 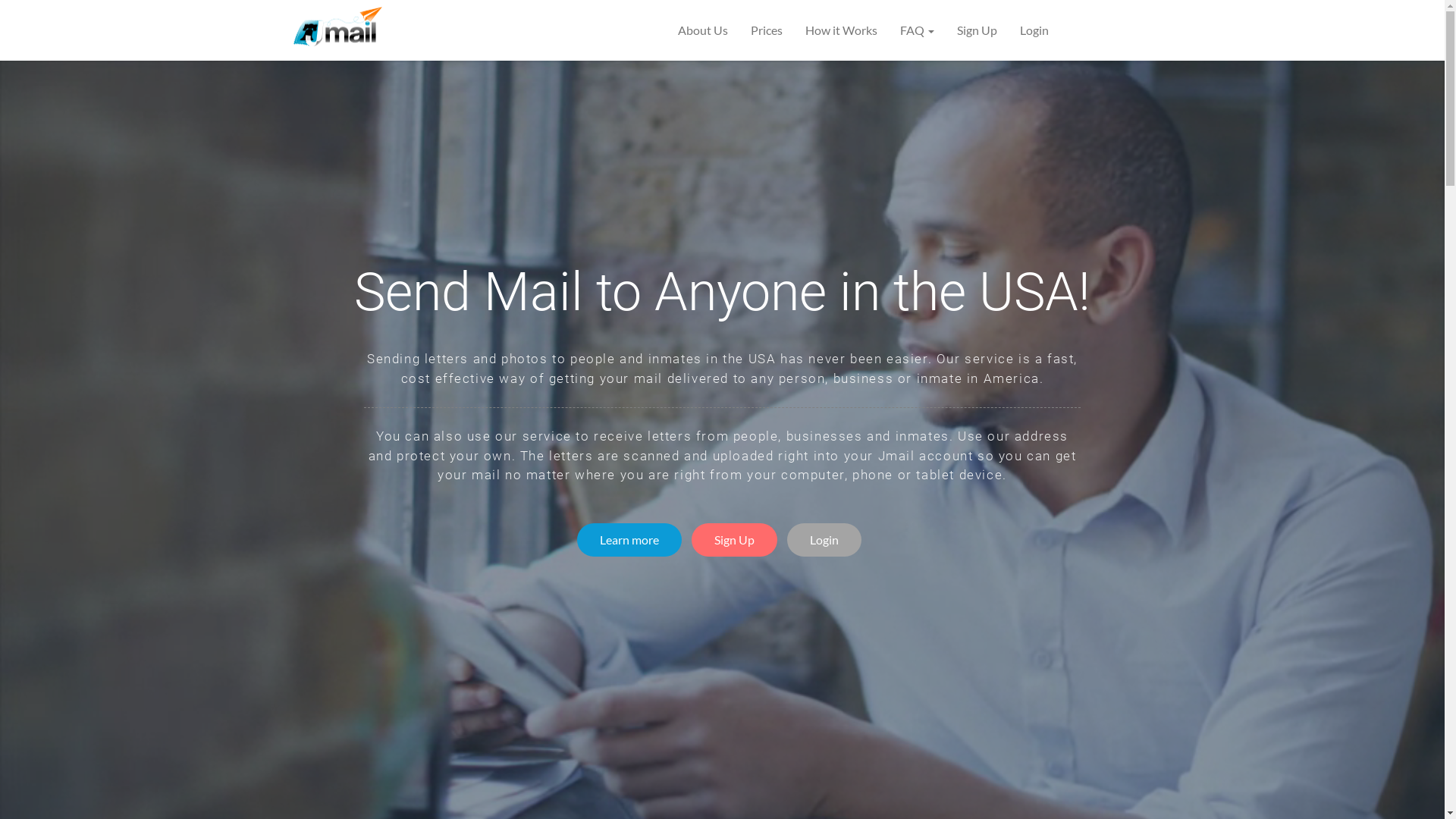 I want to click on 'Prices', so click(x=765, y=30).